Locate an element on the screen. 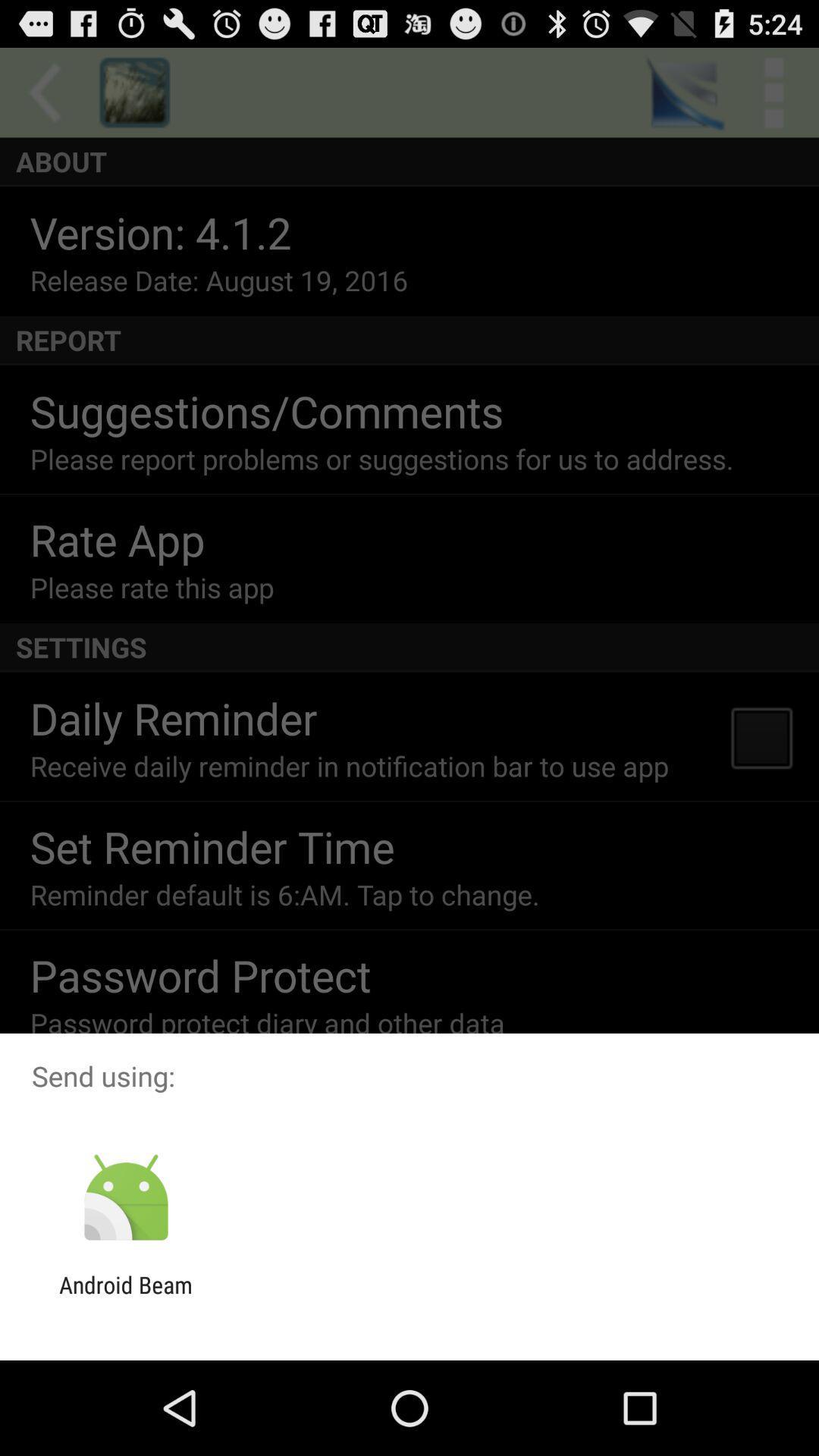 This screenshot has width=819, height=1456. icon above the android beam app is located at coordinates (125, 1197).